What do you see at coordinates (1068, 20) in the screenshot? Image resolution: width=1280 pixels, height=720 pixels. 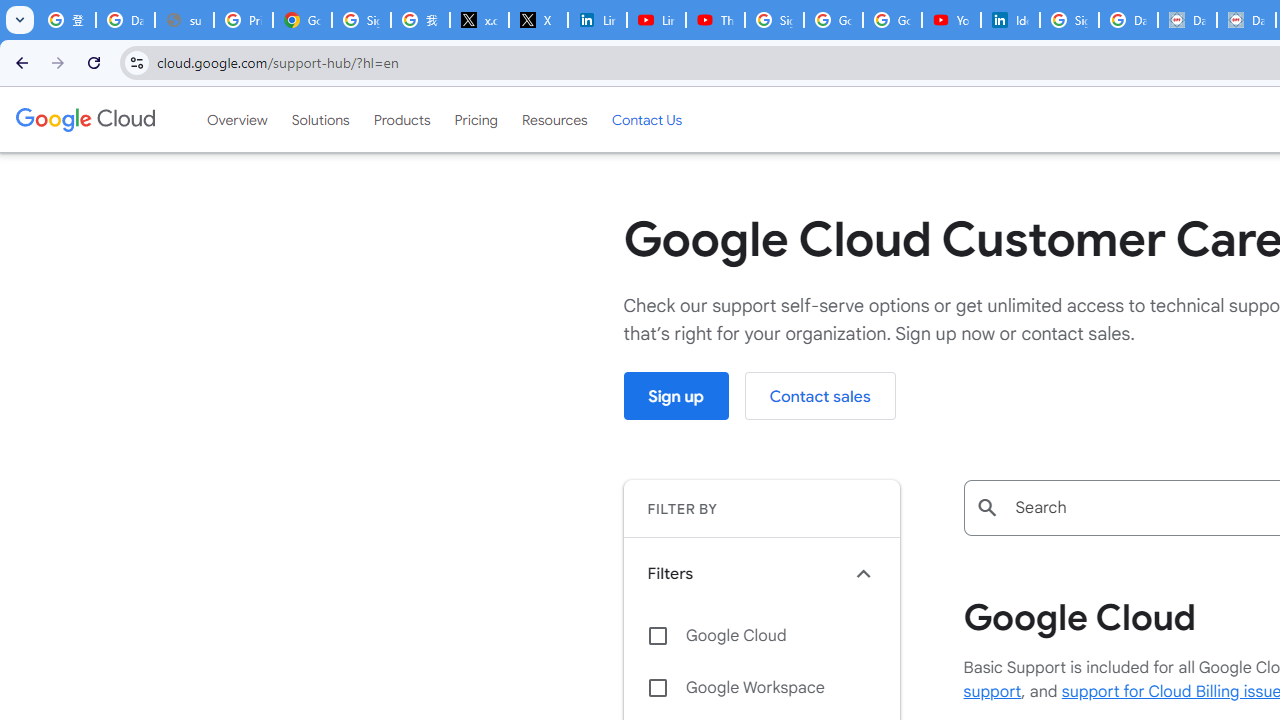 I see `'Sign in - Google Accounts'` at bounding box center [1068, 20].